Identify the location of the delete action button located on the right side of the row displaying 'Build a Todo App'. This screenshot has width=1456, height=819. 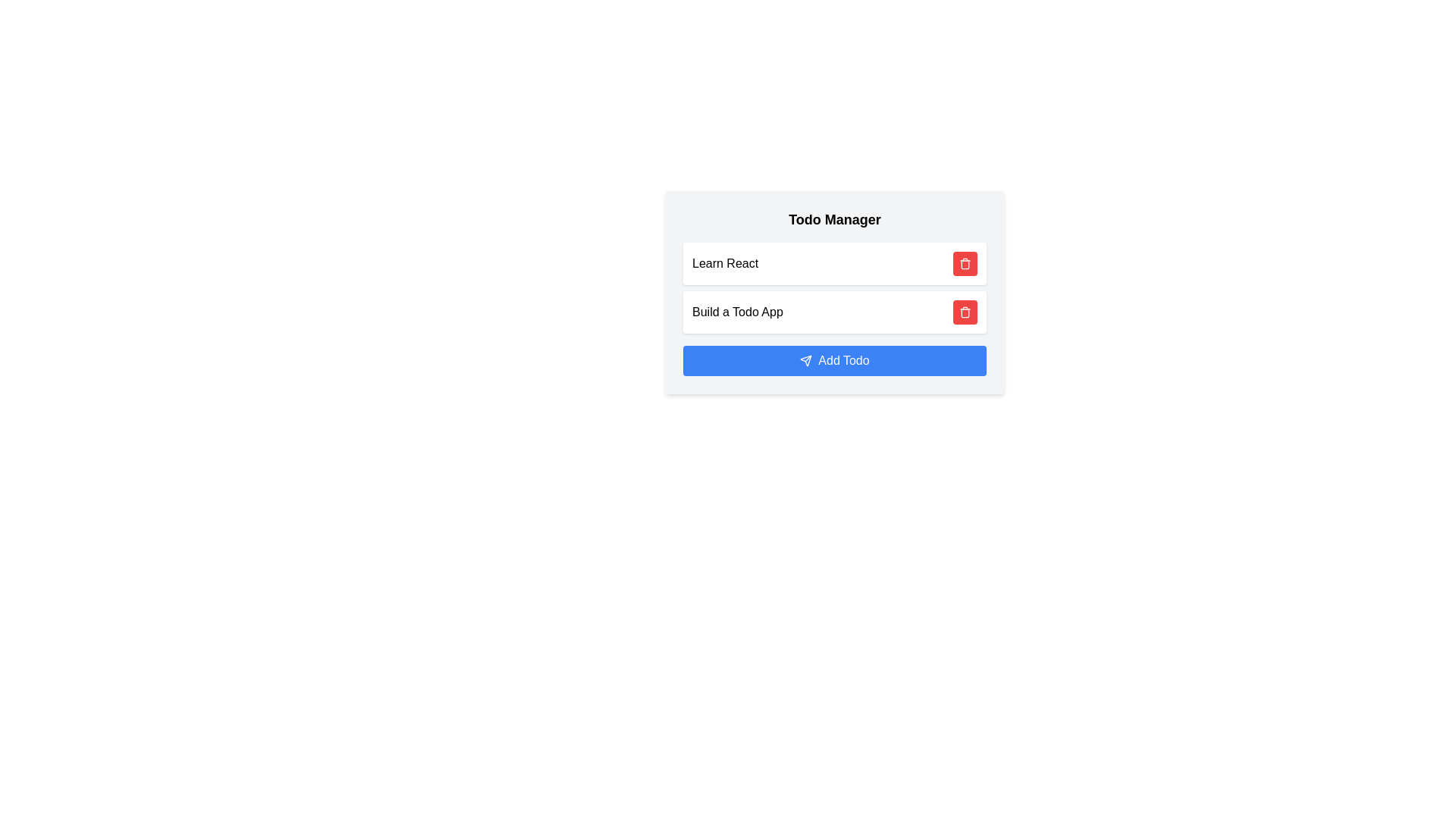
(964, 312).